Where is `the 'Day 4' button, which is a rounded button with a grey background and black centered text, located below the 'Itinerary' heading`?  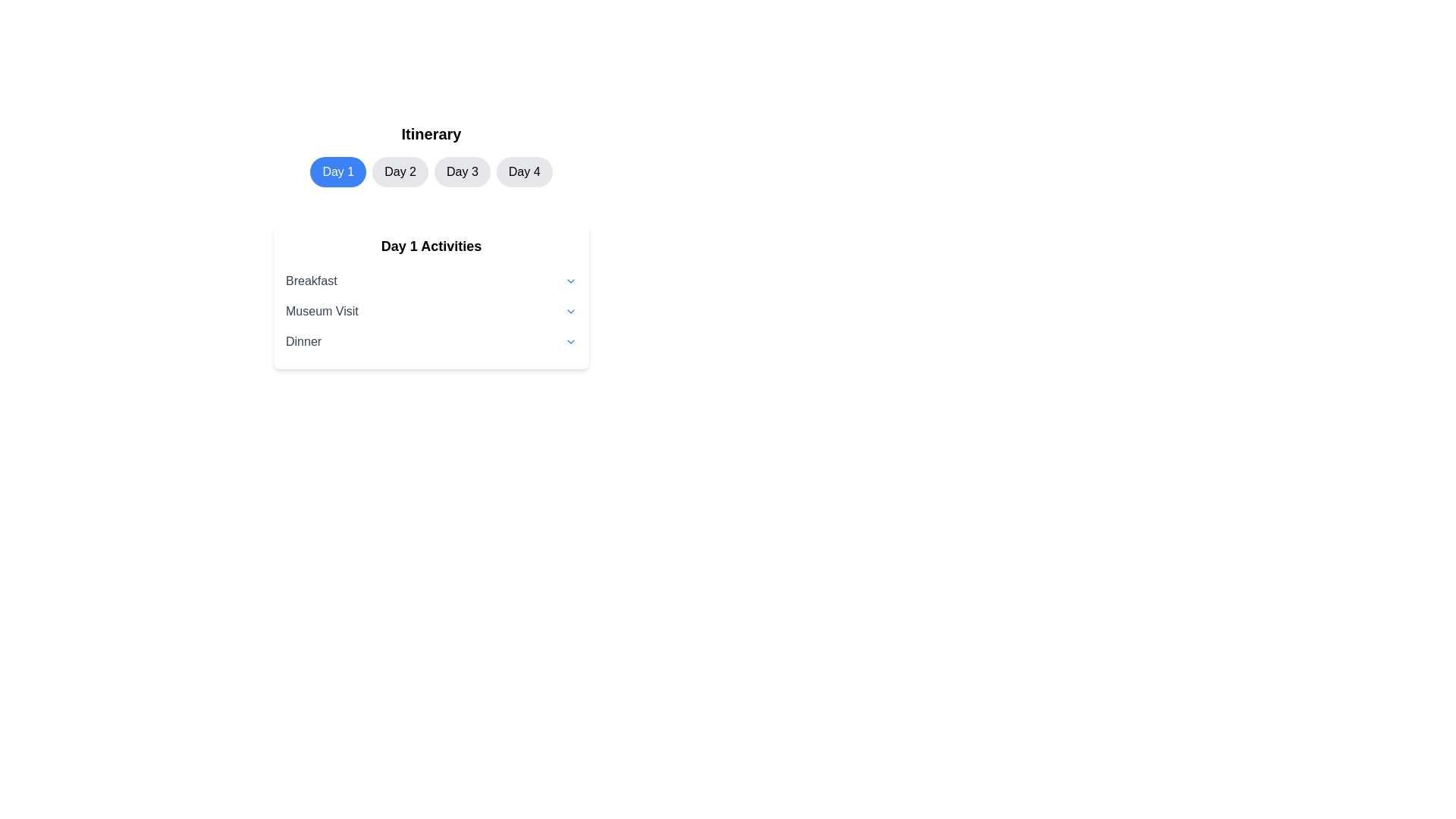 the 'Day 4' button, which is a rounded button with a grey background and black centered text, located below the 'Itinerary' heading is located at coordinates (524, 171).